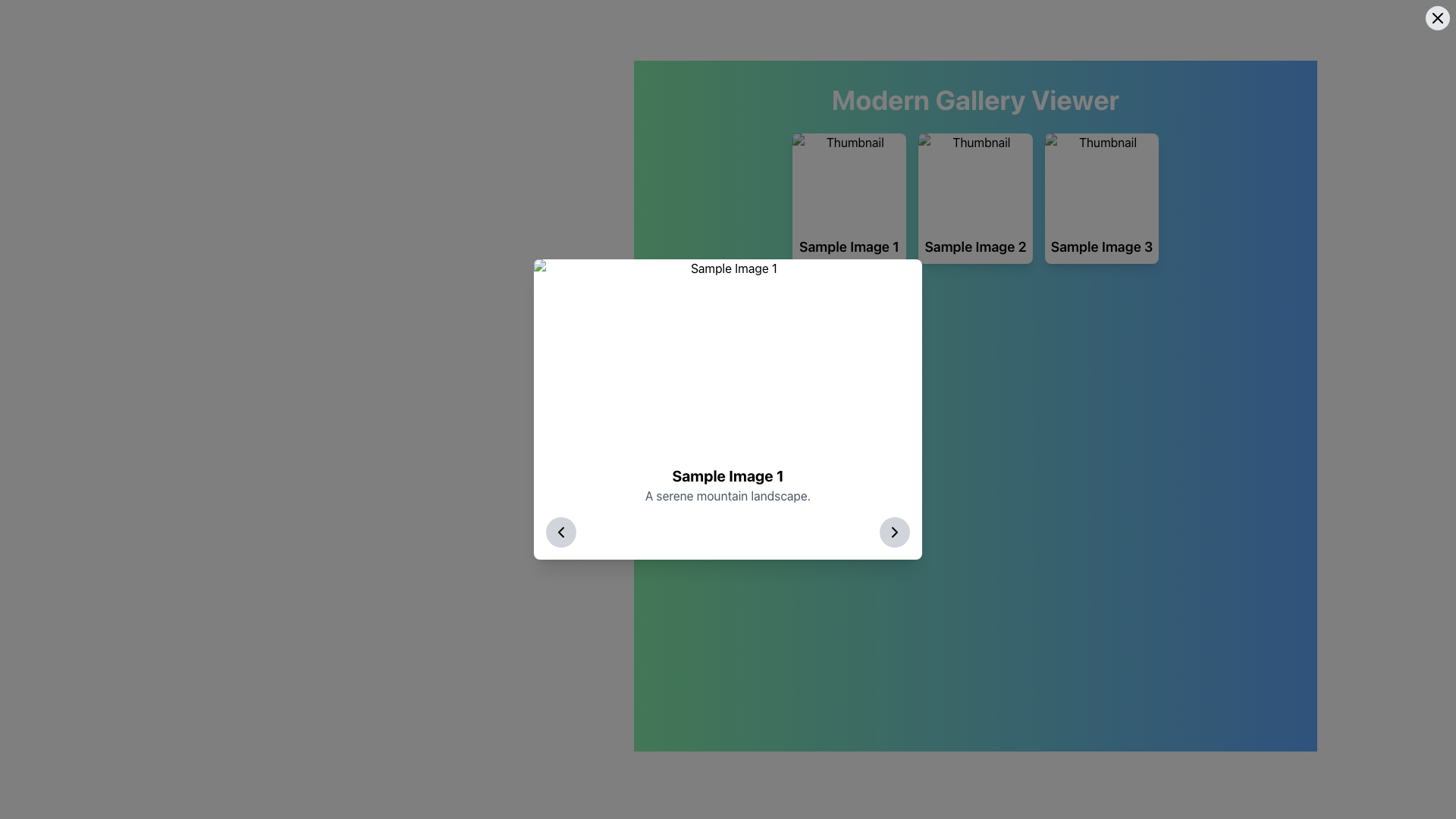 The image size is (1456, 819). I want to click on the image thumbnail labeled 'Thumbnail' in the gallery viewer, which is located at the top section of the card labeled 'Sample Image 2', so click(975, 180).